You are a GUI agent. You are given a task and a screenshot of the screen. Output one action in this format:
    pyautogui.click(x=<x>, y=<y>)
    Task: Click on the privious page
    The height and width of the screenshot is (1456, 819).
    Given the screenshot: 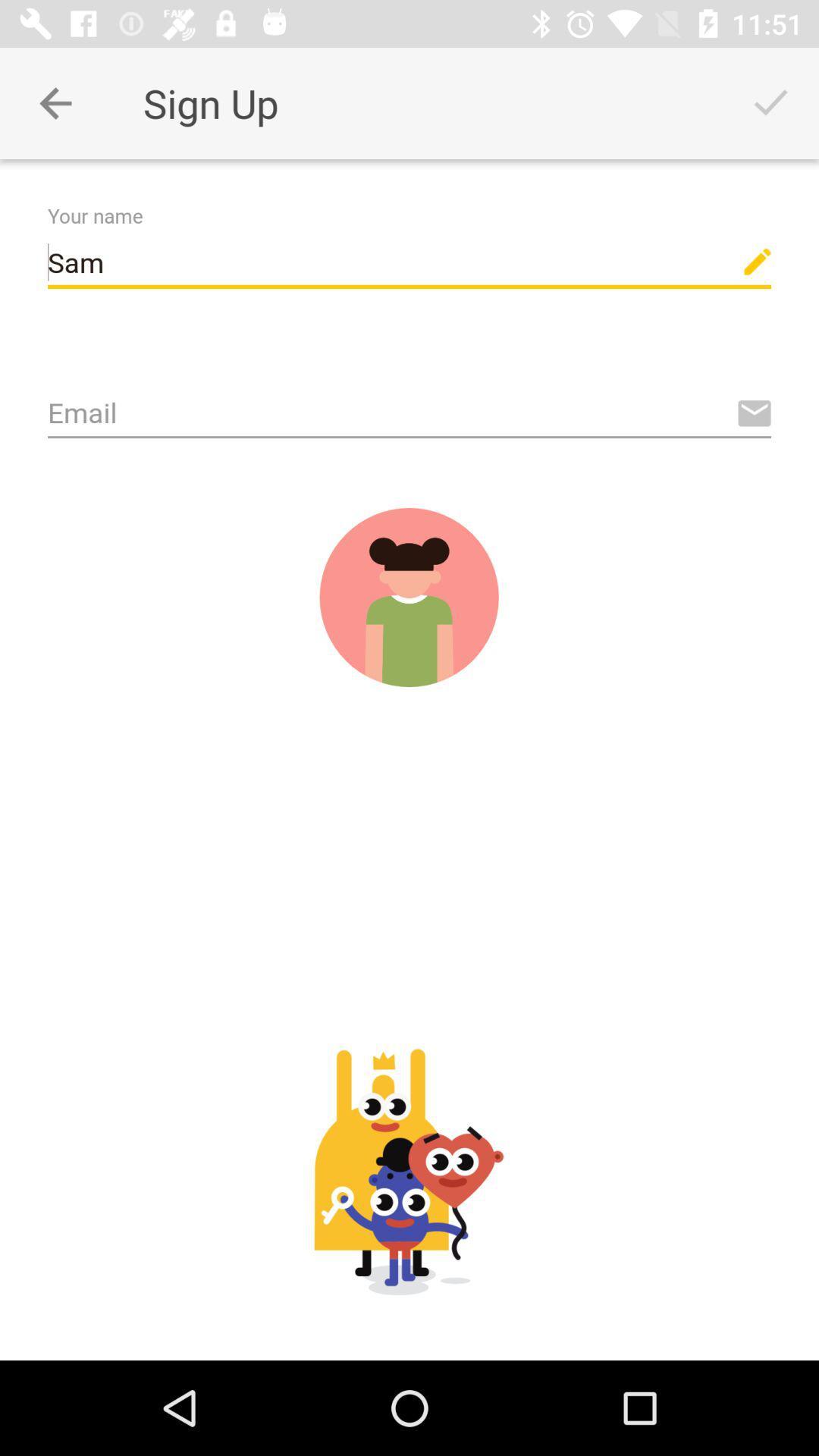 What is the action you would take?
    pyautogui.click(x=55, y=102)
    